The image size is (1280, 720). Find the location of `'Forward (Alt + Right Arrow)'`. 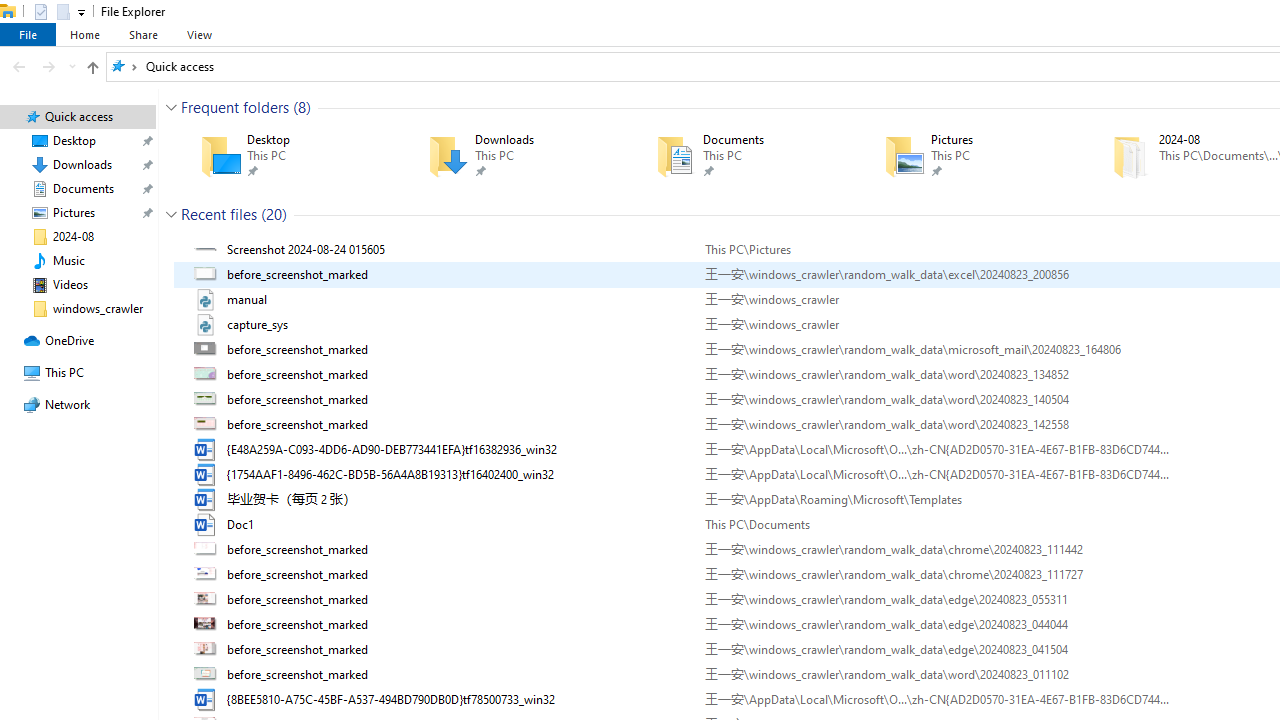

'Forward (Alt + Right Arrow)' is located at coordinates (49, 65).